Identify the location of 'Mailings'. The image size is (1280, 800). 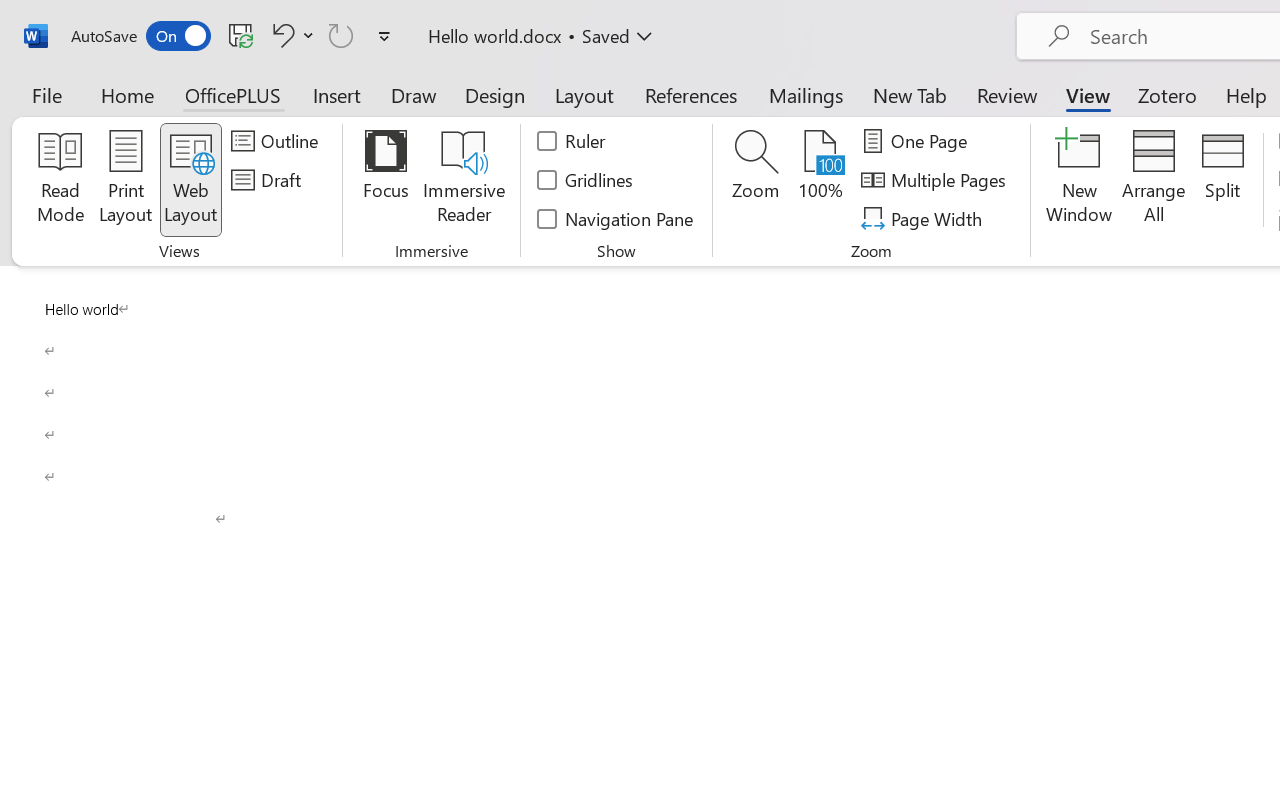
(806, 94).